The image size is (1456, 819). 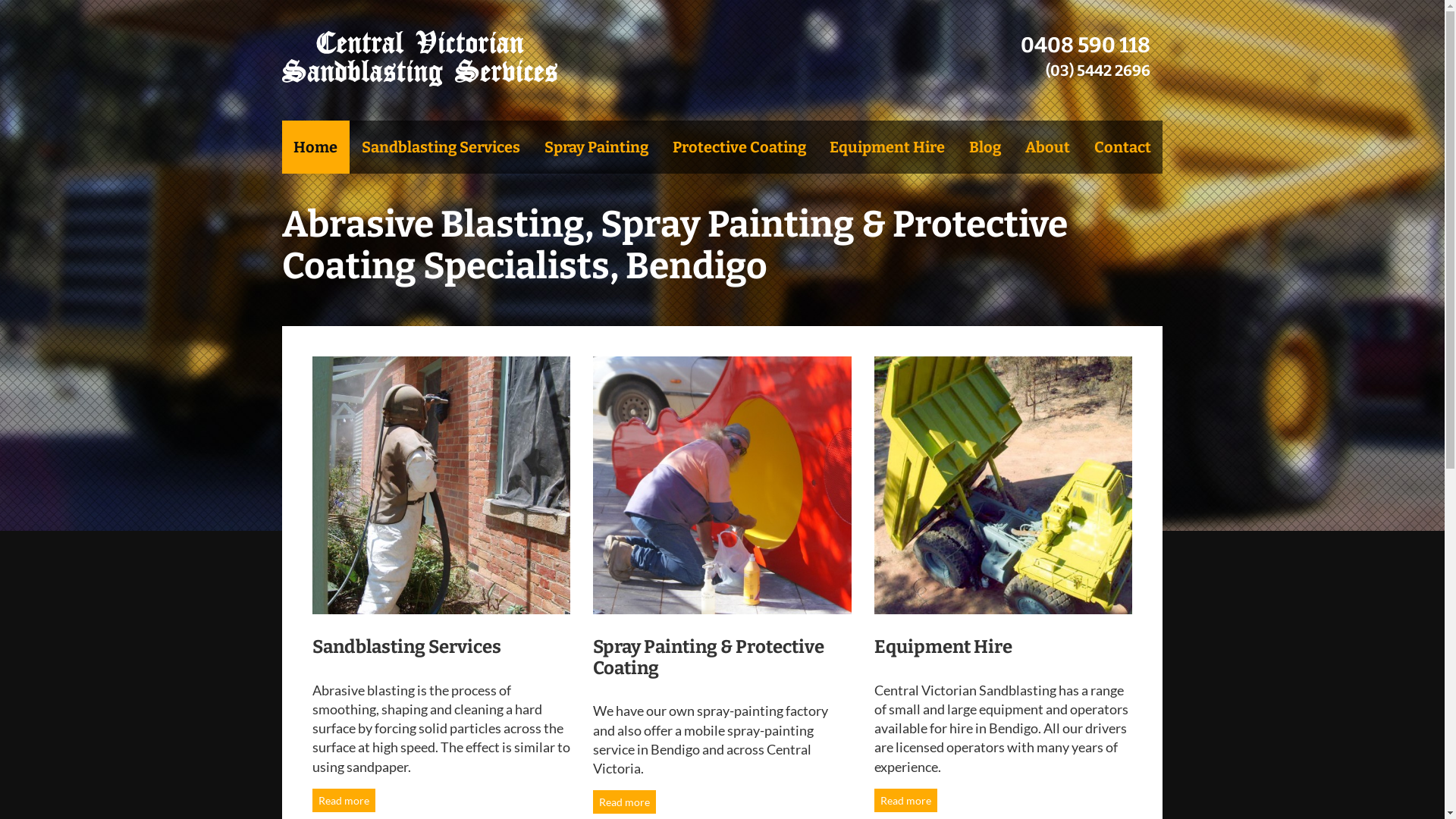 What do you see at coordinates (1046, 146) in the screenshot?
I see `'About'` at bounding box center [1046, 146].